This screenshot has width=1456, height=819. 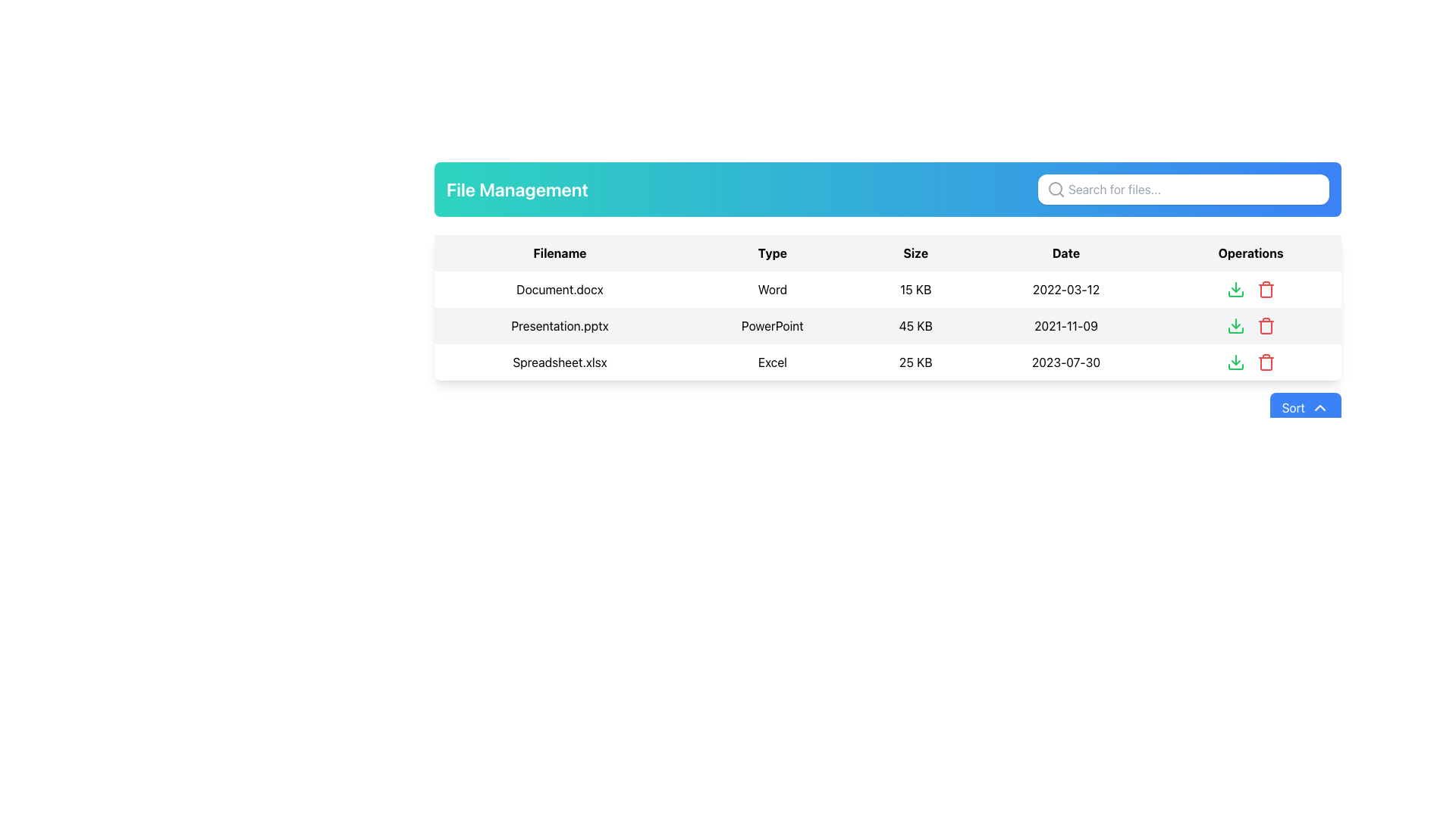 I want to click on the 'Sort' button with bold, white text on a blue background, so click(x=1304, y=406).